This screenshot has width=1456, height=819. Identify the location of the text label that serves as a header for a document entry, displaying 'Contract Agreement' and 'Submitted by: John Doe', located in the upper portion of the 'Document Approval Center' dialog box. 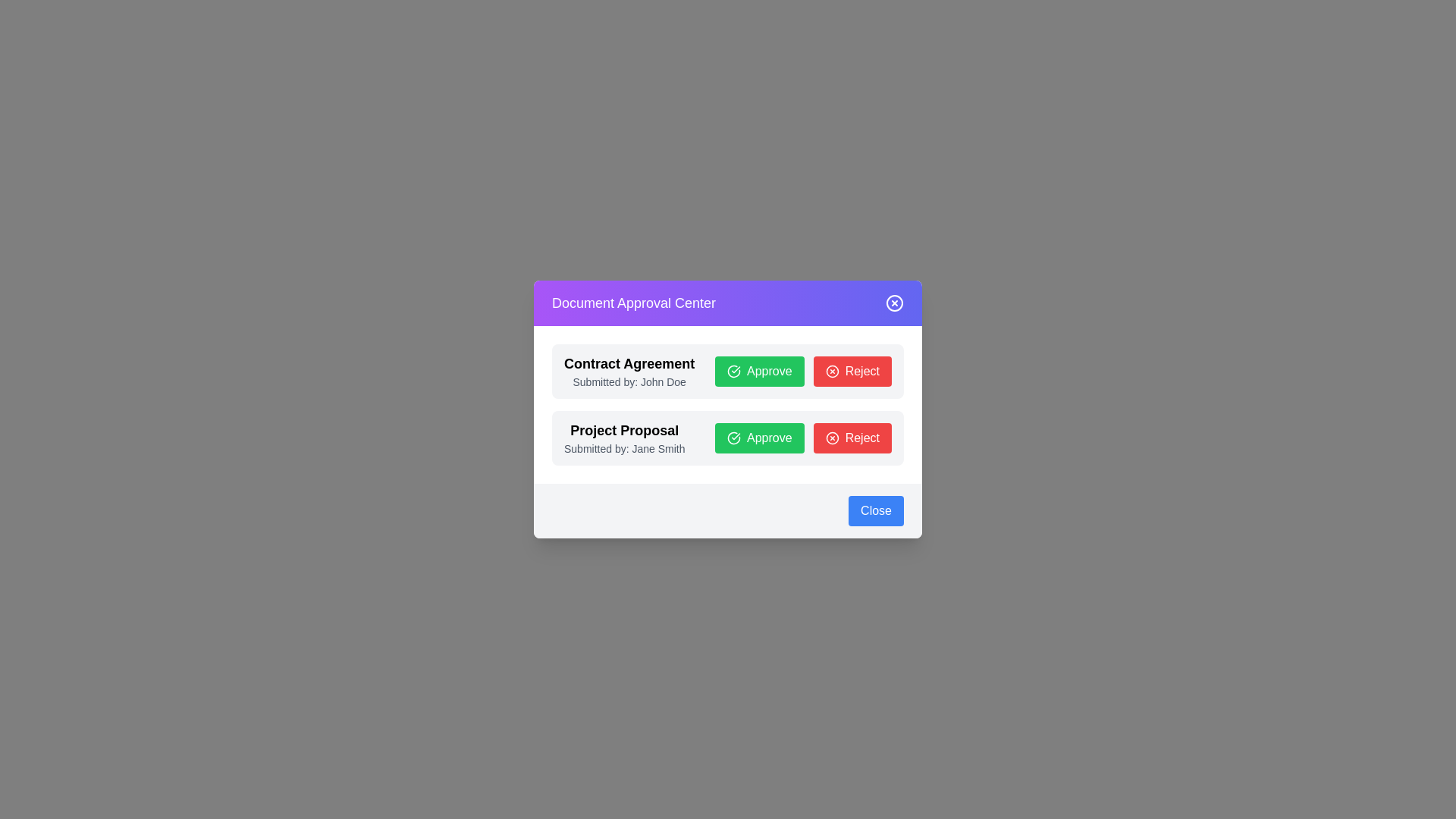
(629, 371).